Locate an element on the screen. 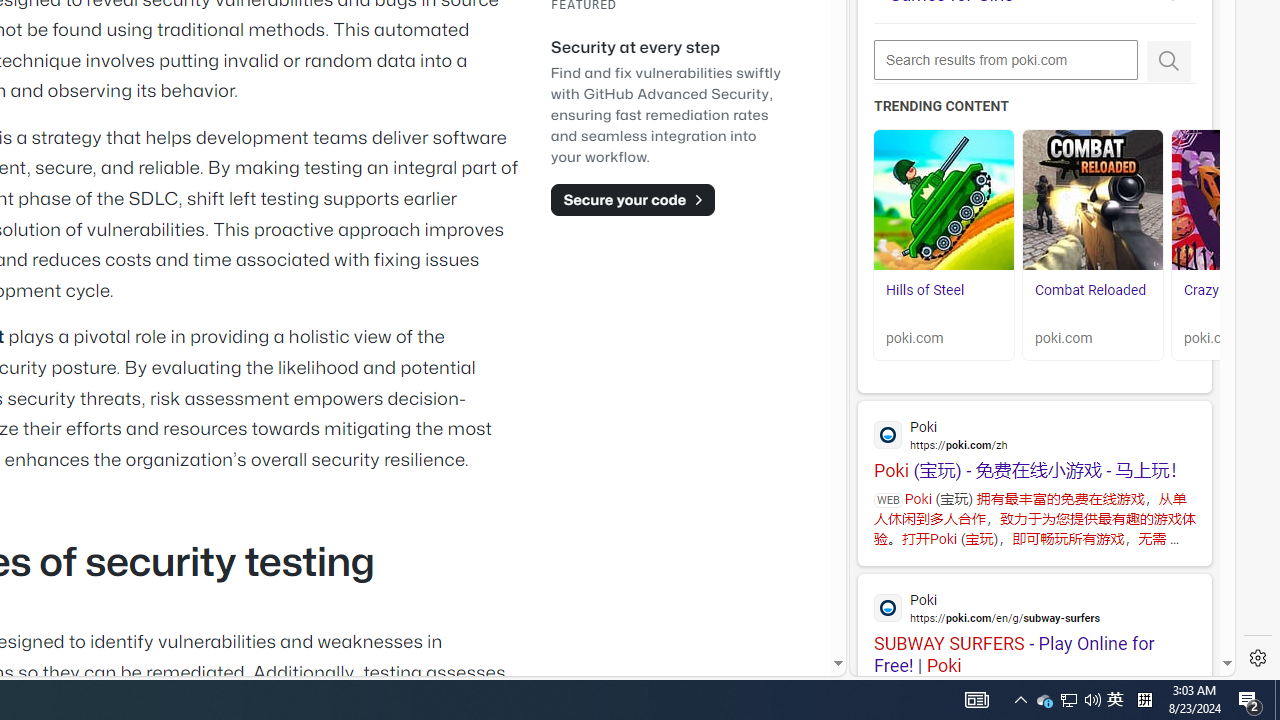  'Combat Reloaded Combat Reloaded poki.com' is located at coordinates (1092, 244).